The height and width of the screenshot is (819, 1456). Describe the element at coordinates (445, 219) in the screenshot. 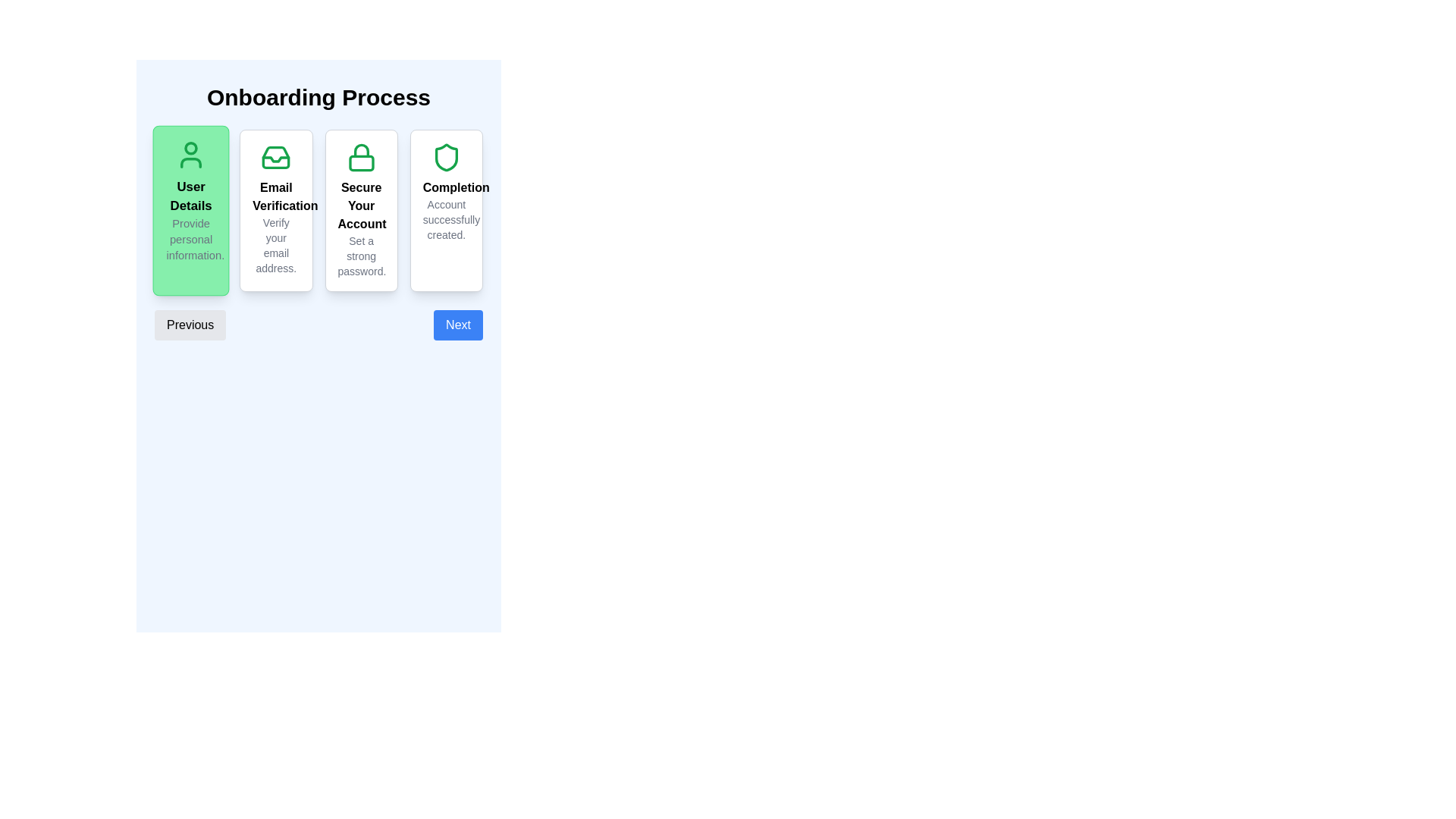

I see `text label that indicates the successful completion of the account creation process, located below the 'Completion' heading in the last onboarding step card positioned on the far right` at that location.